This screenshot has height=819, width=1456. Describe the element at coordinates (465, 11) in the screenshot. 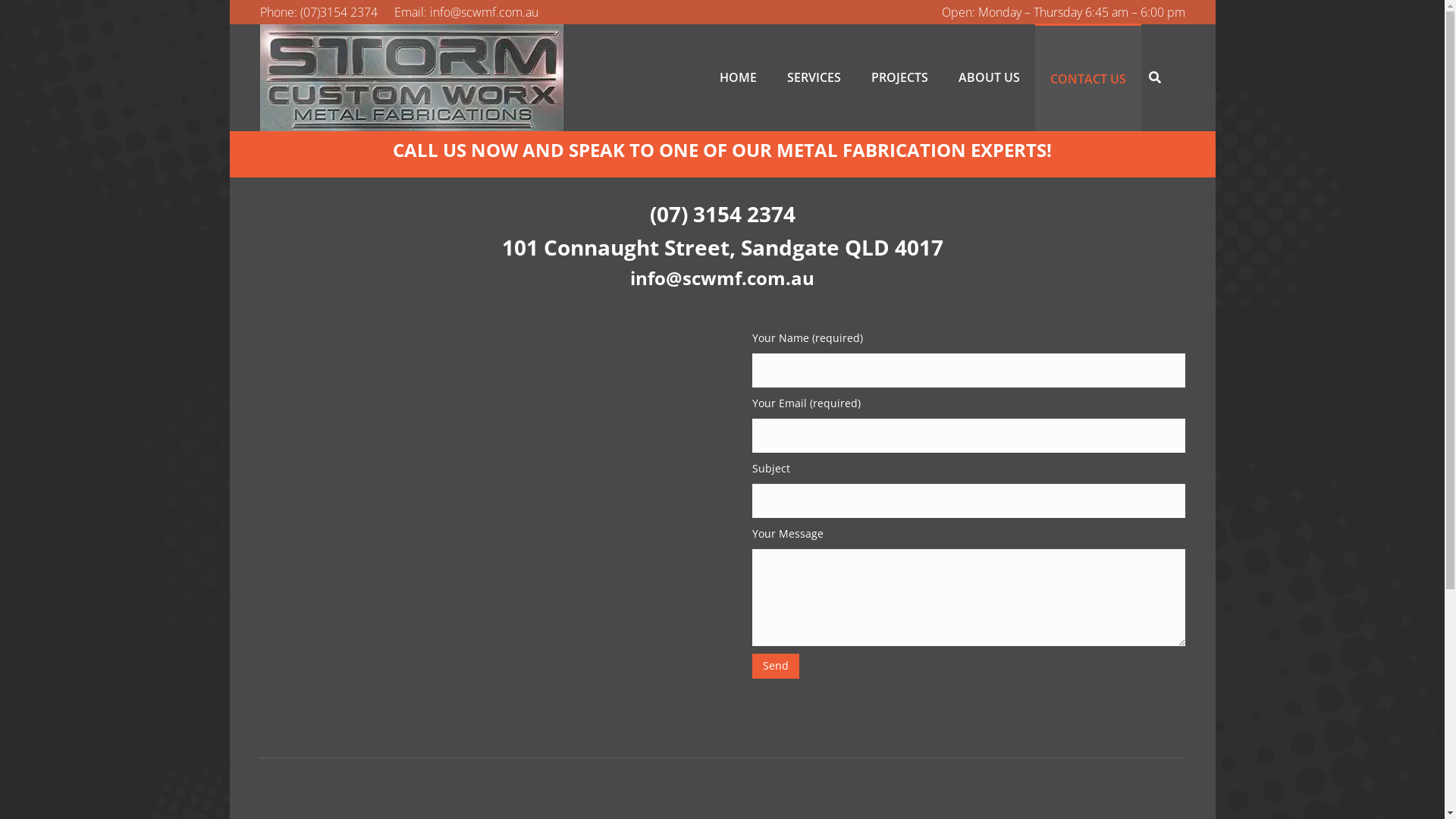

I see `'Email: info@scwmf.com.au'` at that location.